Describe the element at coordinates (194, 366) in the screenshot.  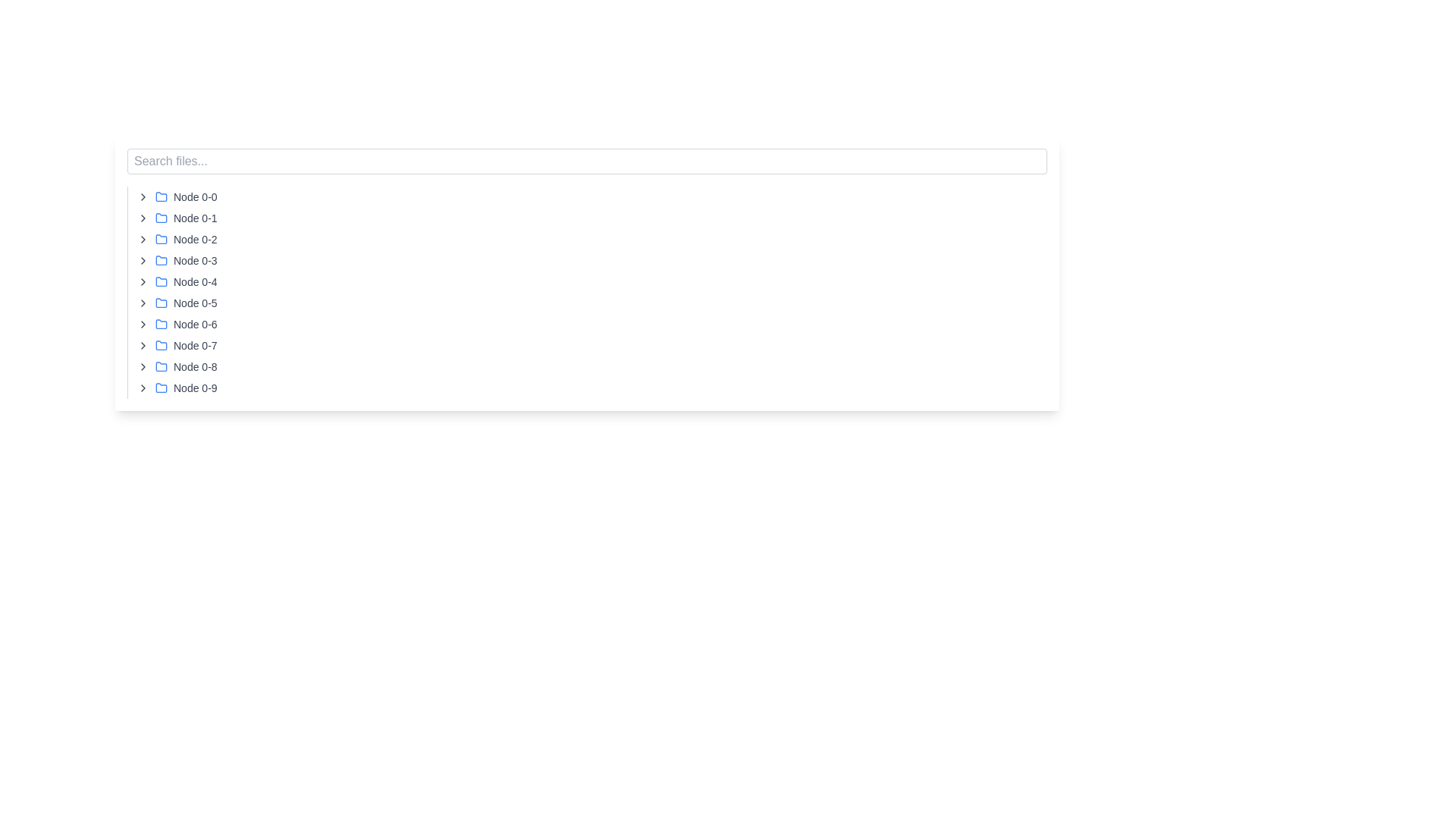
I see `the label 'Node 0-8' in the hierarchical tree view` at that location.